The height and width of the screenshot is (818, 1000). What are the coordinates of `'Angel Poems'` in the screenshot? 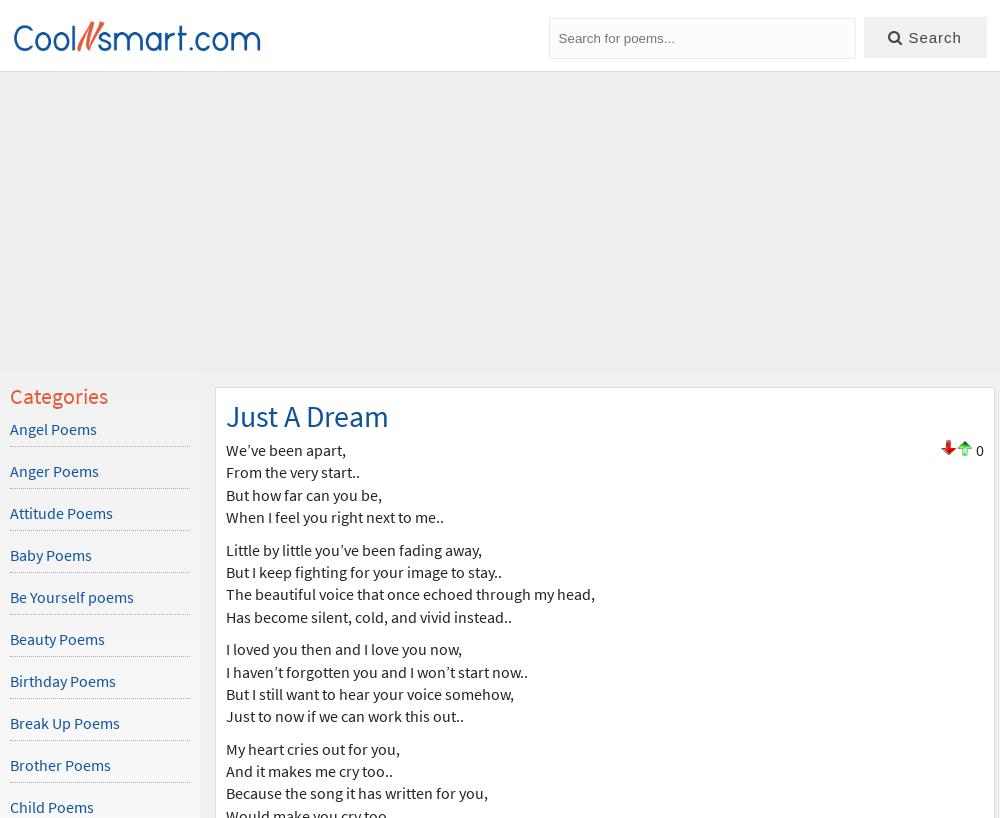 It's located at (53, 427).